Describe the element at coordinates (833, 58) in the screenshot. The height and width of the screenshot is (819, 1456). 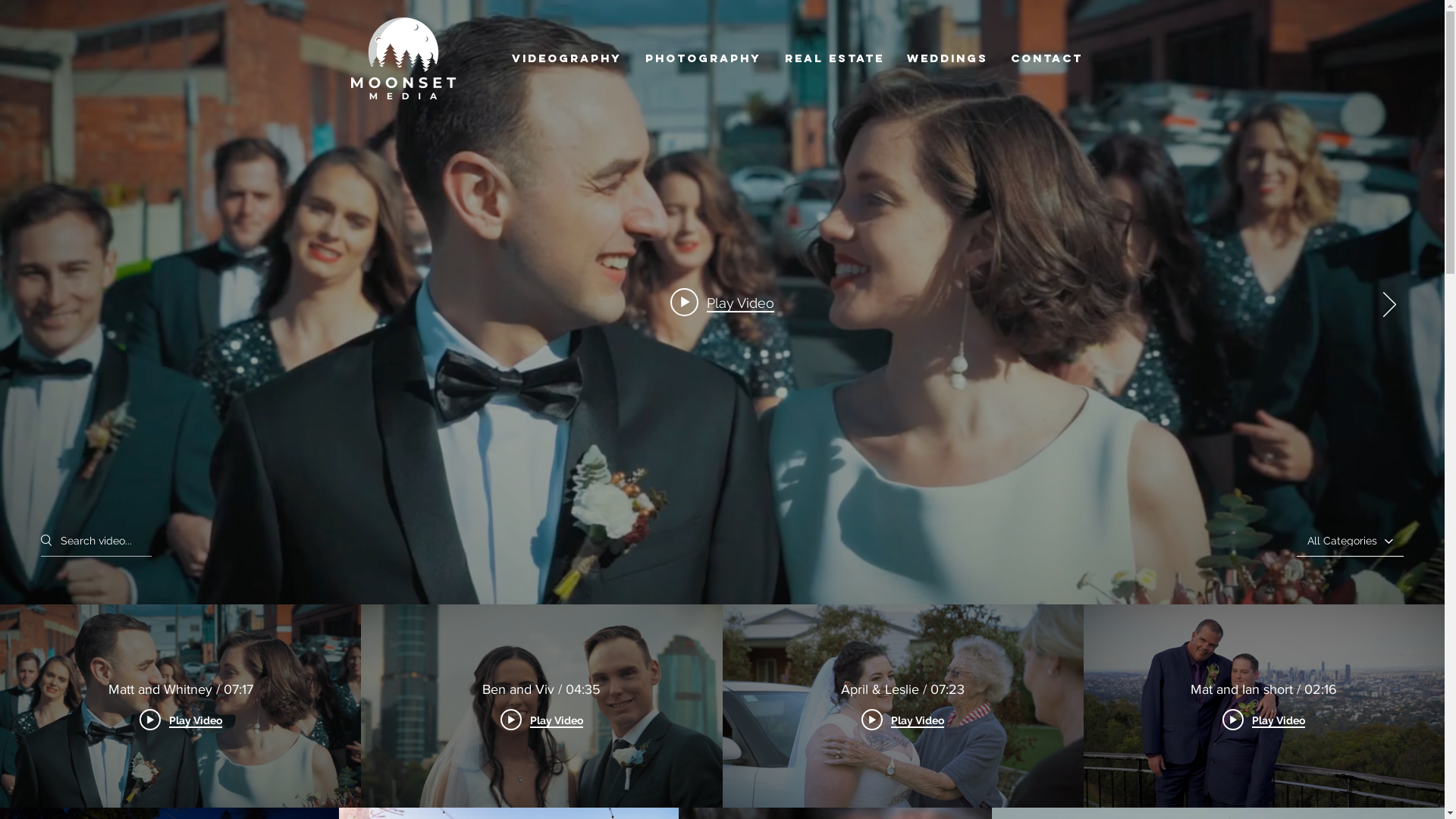
I see `'REAL ESTATE'` at that location.